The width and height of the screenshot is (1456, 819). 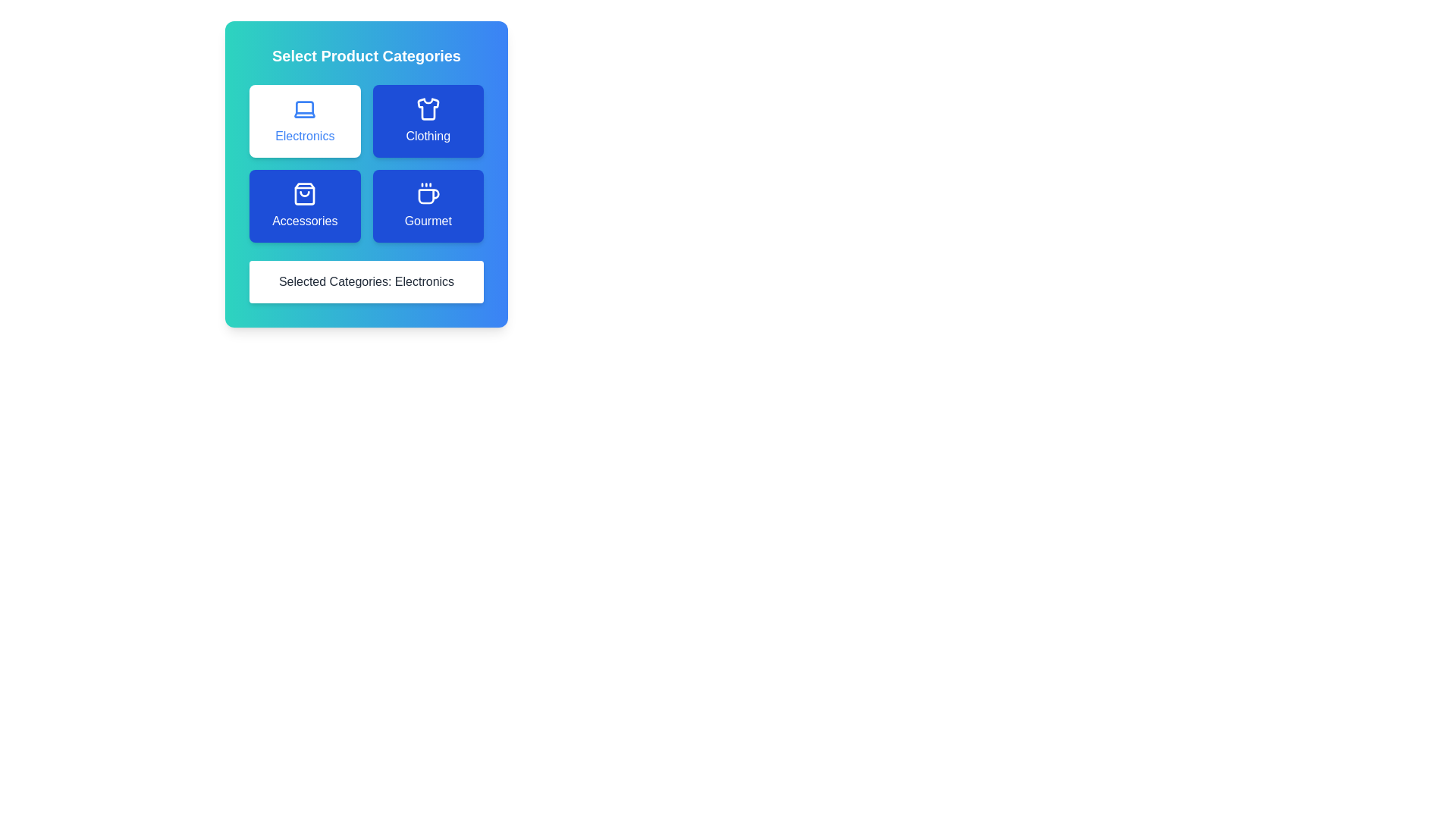 What do you see at coordinates (366, 55) in the screenshot?
I see `the header text 'Select Product Categories' to focus on it` at bounding box center [366, 55].